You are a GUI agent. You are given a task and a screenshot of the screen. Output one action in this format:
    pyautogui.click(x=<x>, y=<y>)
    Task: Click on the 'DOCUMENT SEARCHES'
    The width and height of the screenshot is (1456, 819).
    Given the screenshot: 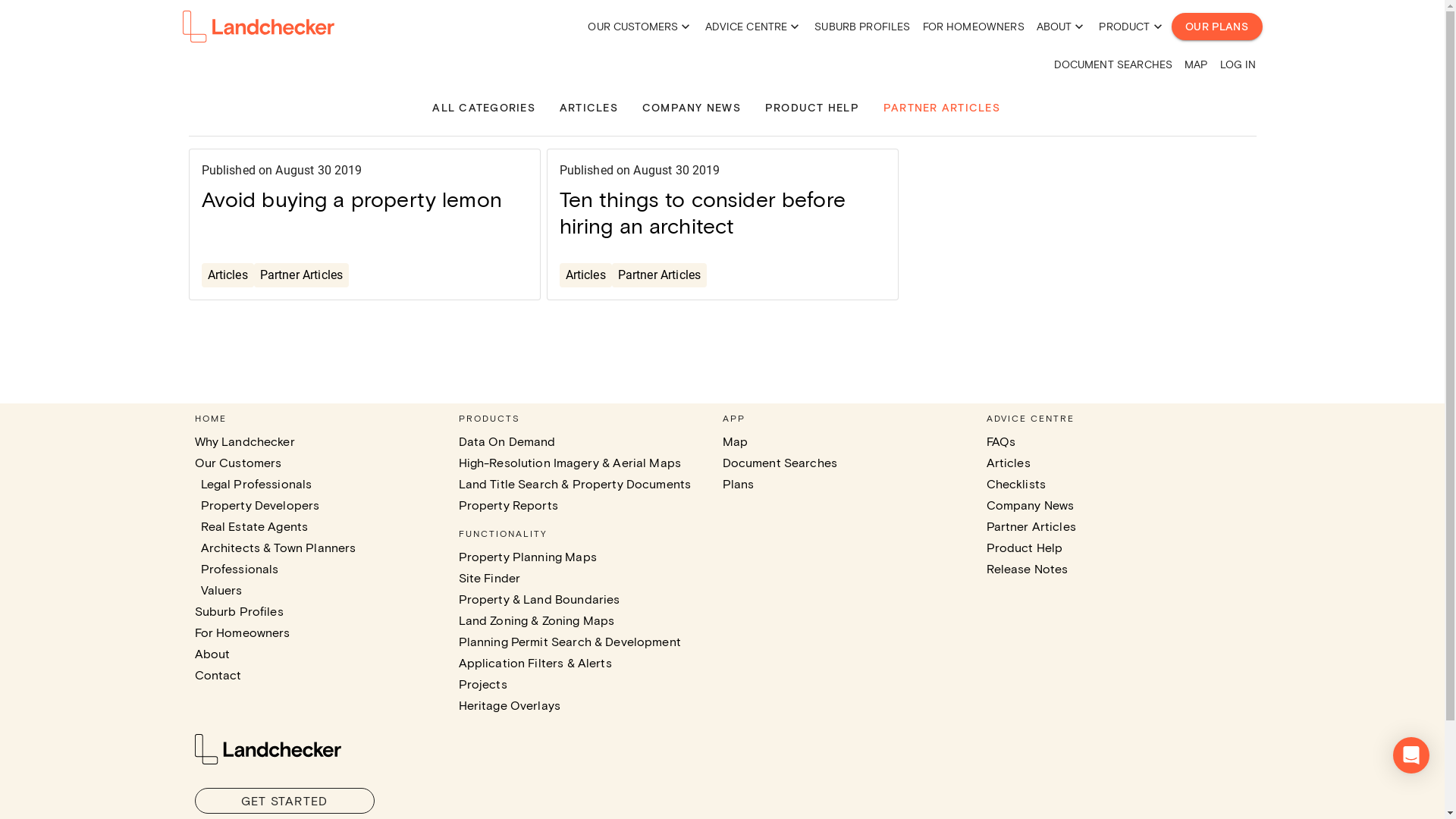 What is the action you would take?
    pyautogui.click(x=1113, y=63)
    